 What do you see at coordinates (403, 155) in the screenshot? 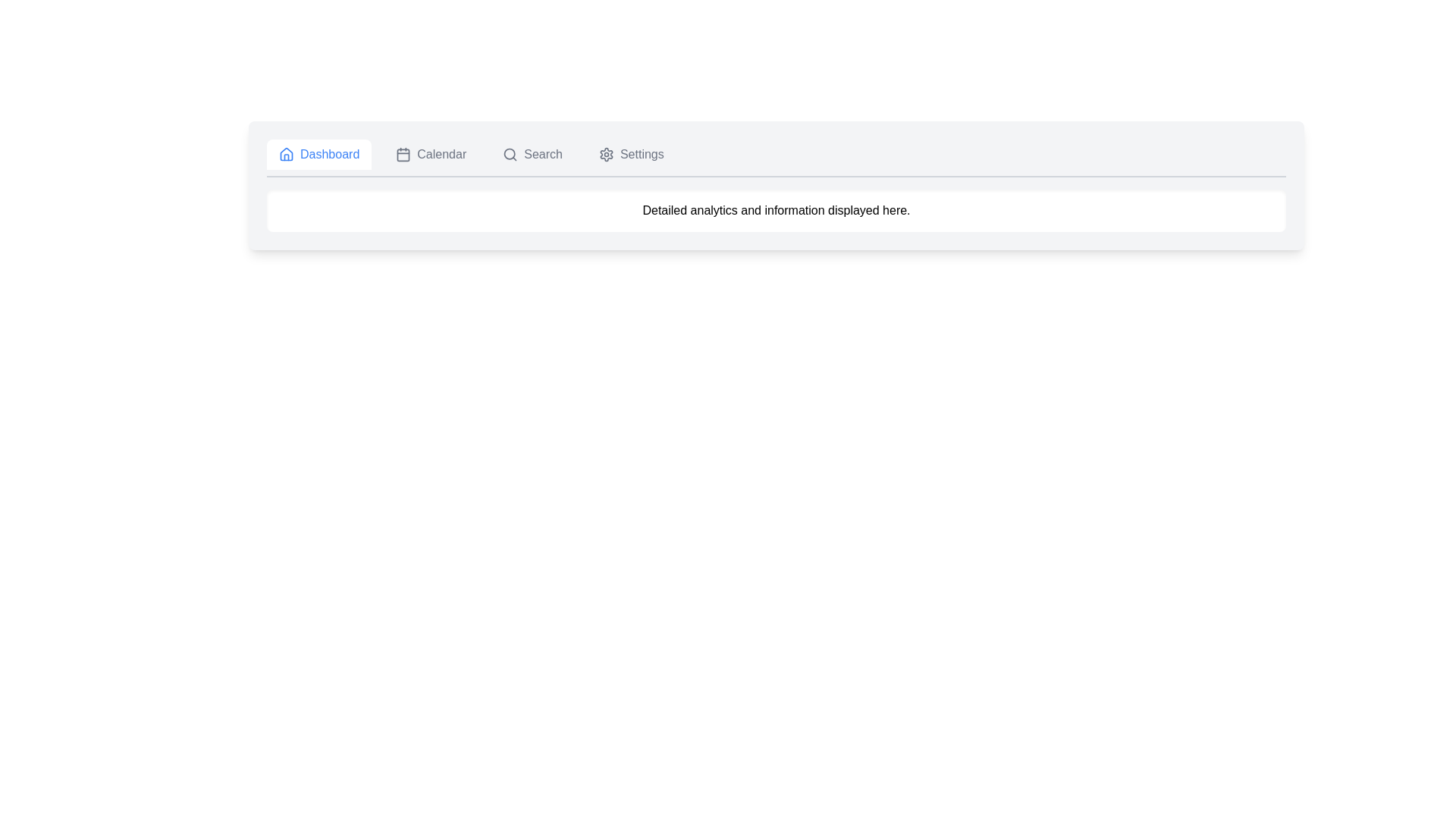
I see `the calendar icon in the navigation bar` at bounding box center [403, 155].